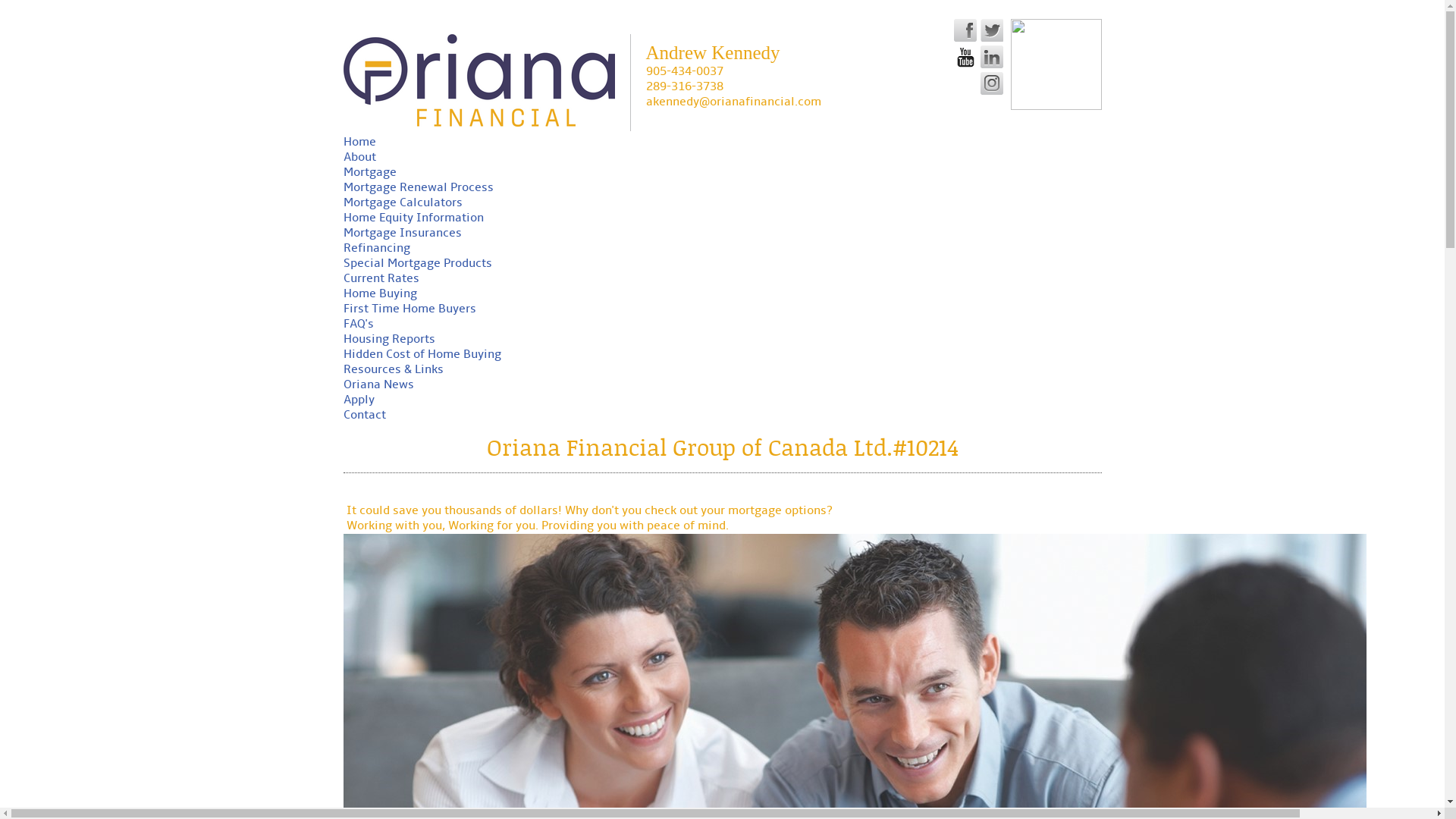 The height and width of the screenshot is (819, 1456). I want to click on 'Contact', so click(364, 415).